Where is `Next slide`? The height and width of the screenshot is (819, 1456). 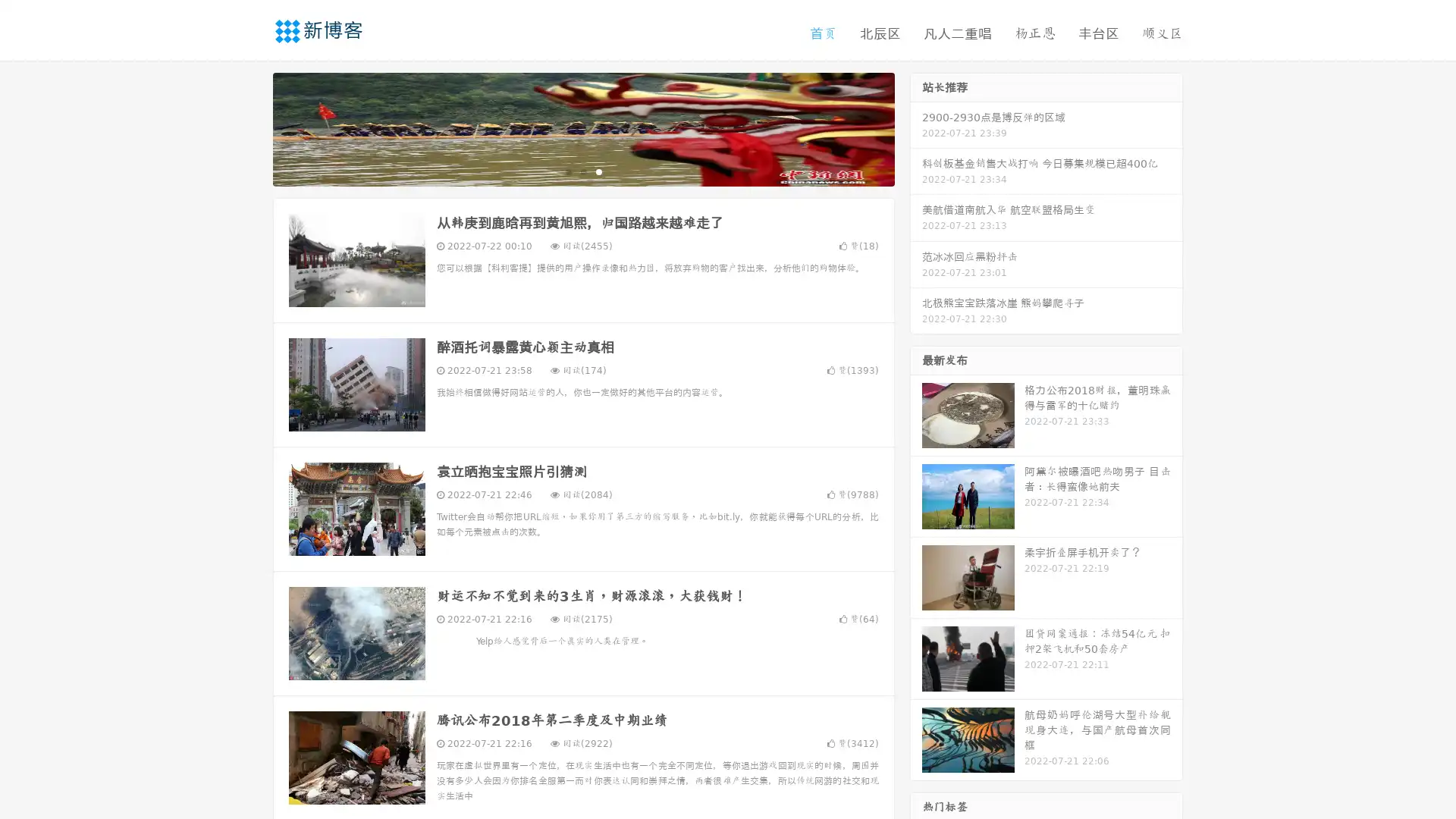
Next slide is located at coordinates (916, 127).